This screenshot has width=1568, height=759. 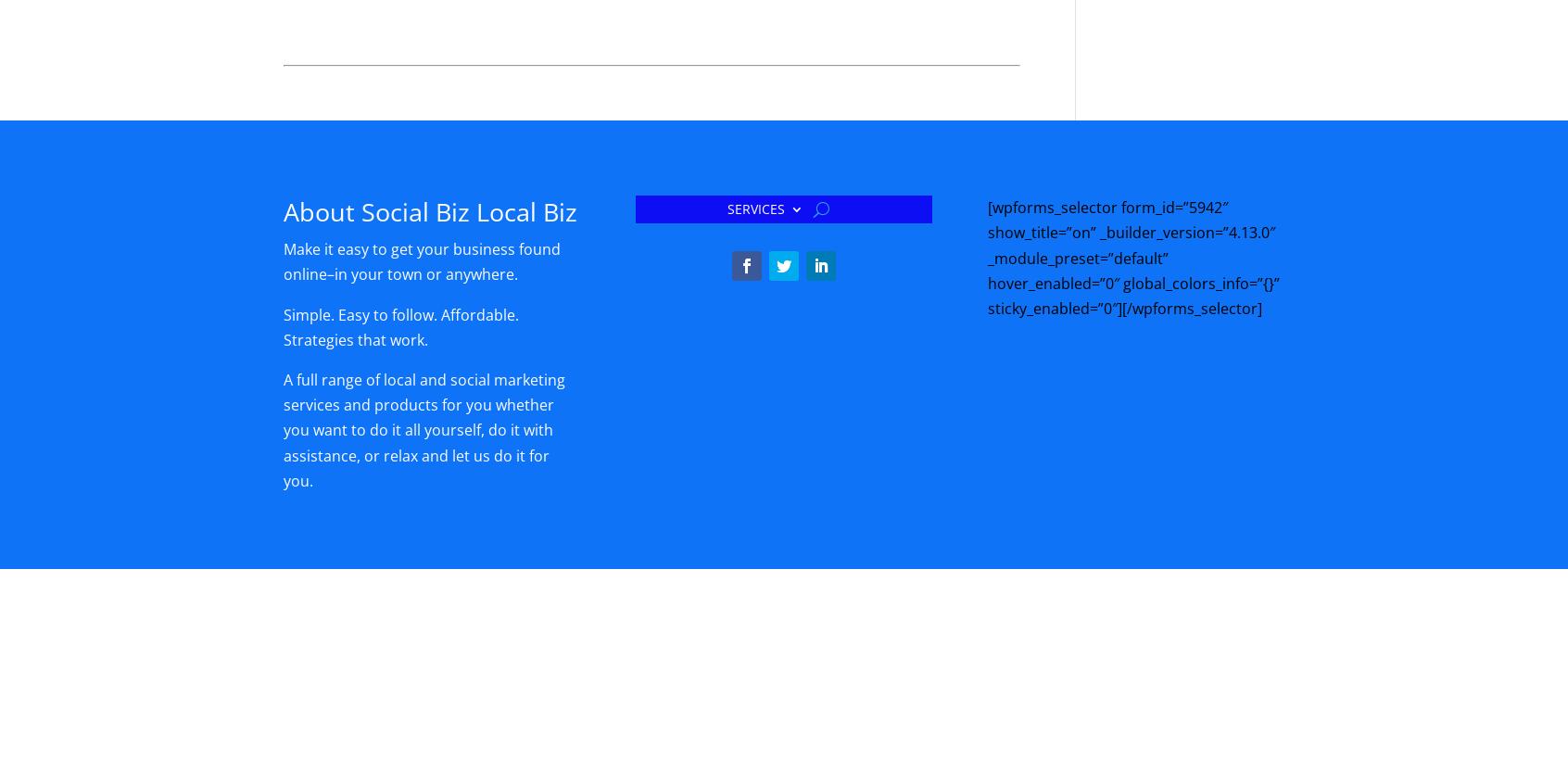 I want to click on 'A full range of local and social marketing services and products for you whether you want to do it all yourself, do it with assistance, or relax and let us do it for you.', so click(x=424, y=429).